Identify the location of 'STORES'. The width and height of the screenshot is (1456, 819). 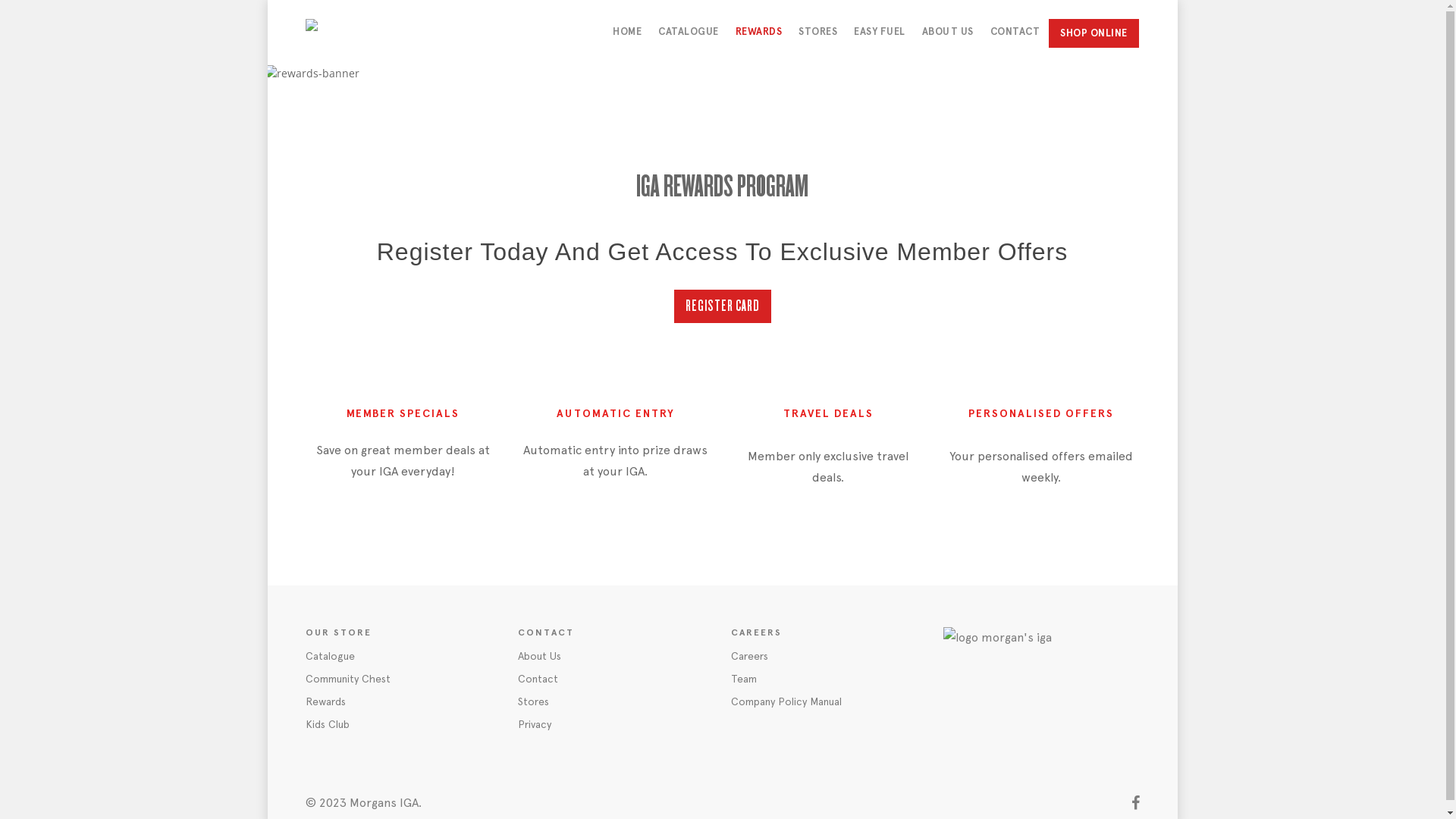
(817, 40).